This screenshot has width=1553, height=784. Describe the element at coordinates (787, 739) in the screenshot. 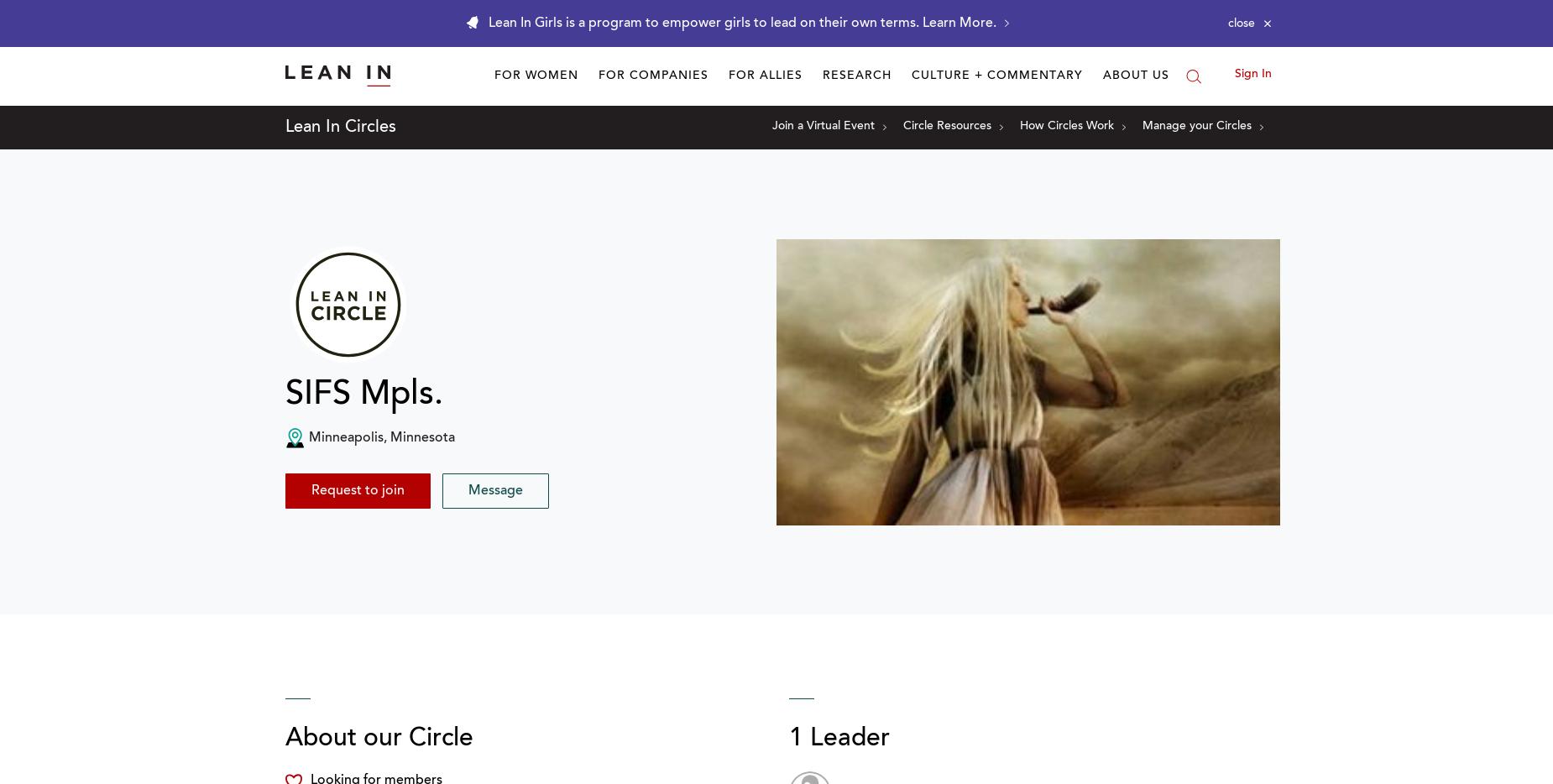

I see `'1 Leader'` at that location.